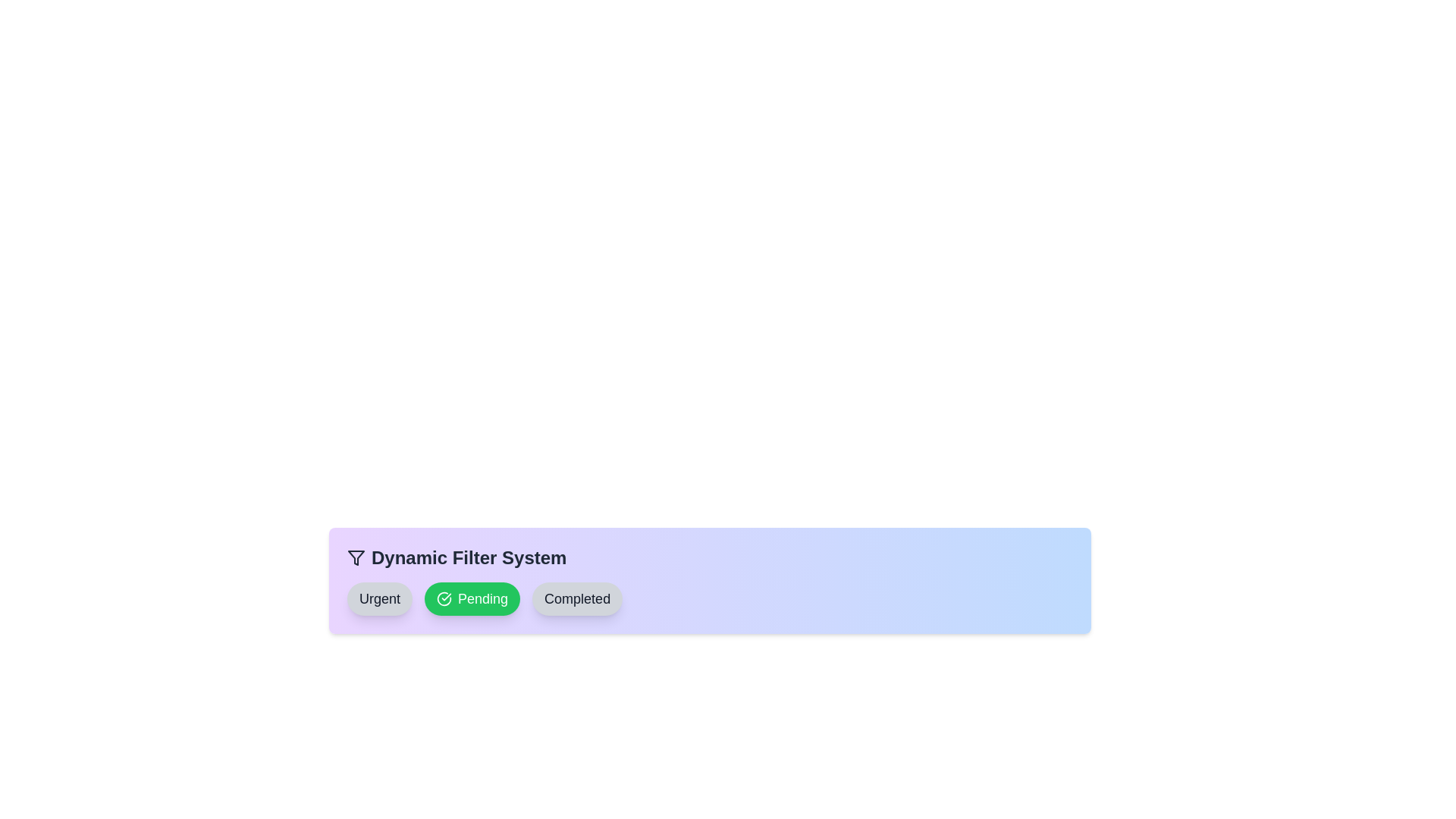 The image size is (1456, 819). I want to click on center of the 'Urgent' filter chip to toggle its state, so click(379, 598).